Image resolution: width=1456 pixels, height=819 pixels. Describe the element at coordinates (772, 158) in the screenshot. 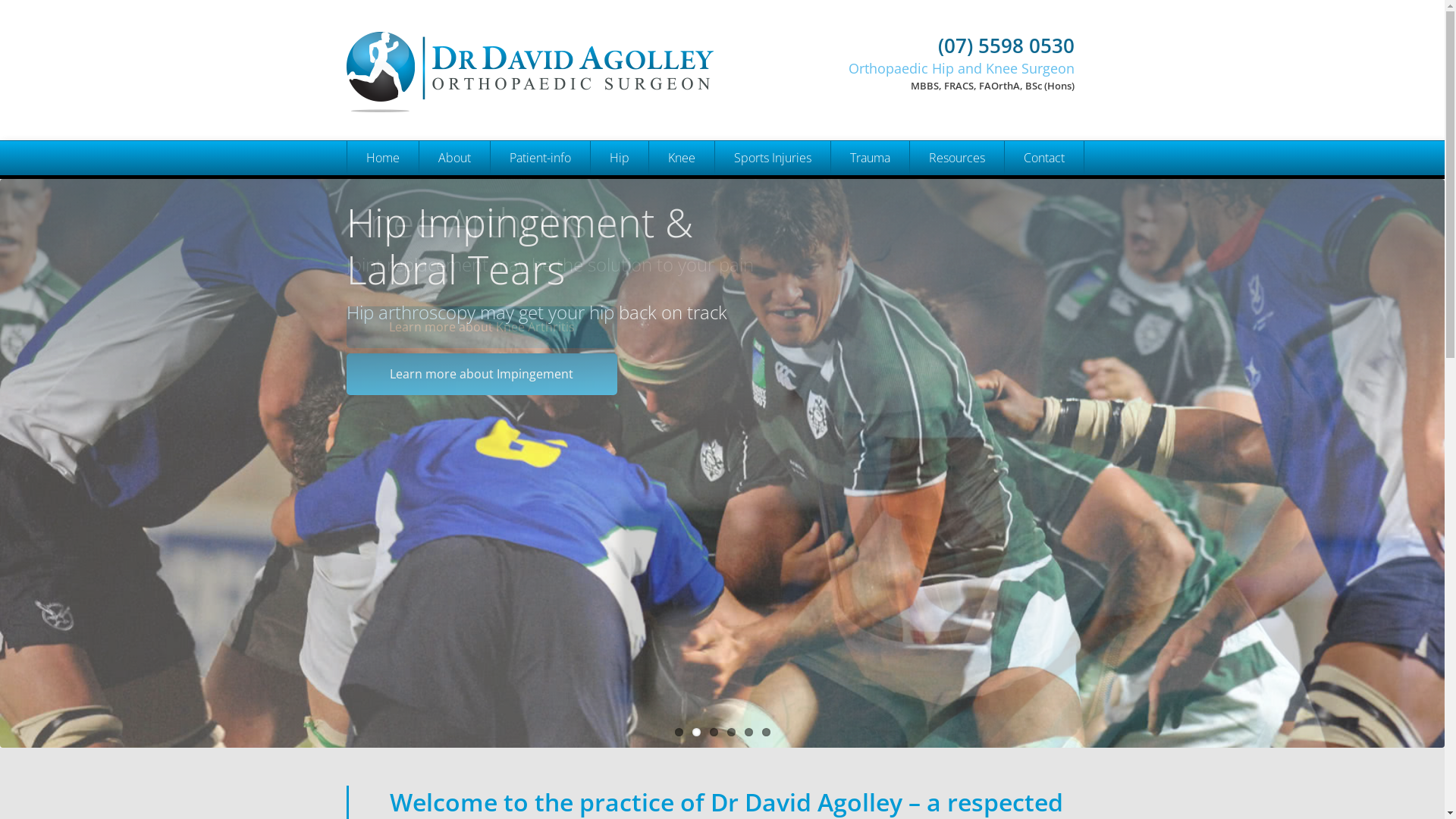

I see `'Sports Injuries'` at that location.